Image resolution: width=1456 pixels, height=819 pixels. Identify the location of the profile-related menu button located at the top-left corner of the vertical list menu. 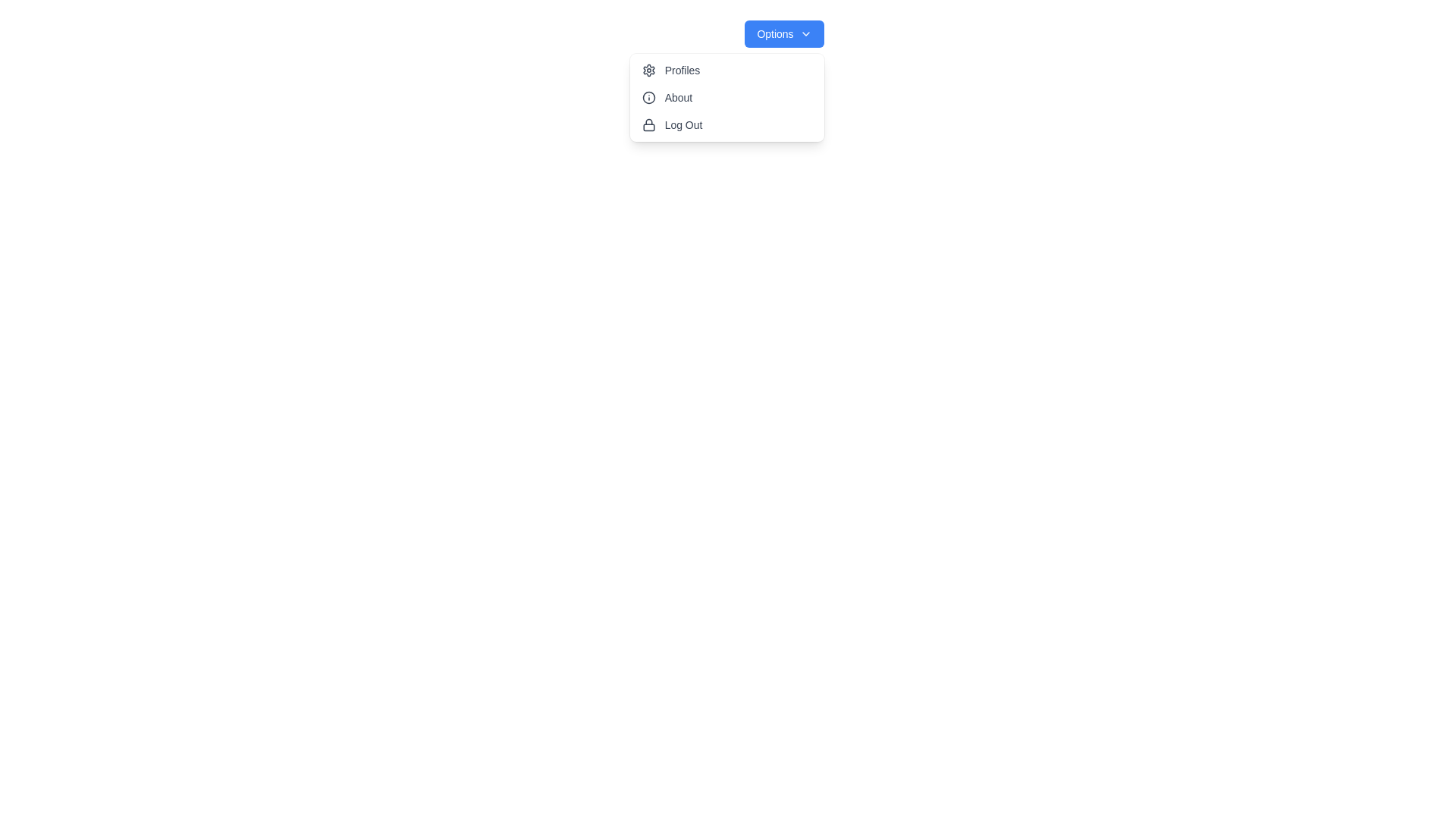
(726, 70).